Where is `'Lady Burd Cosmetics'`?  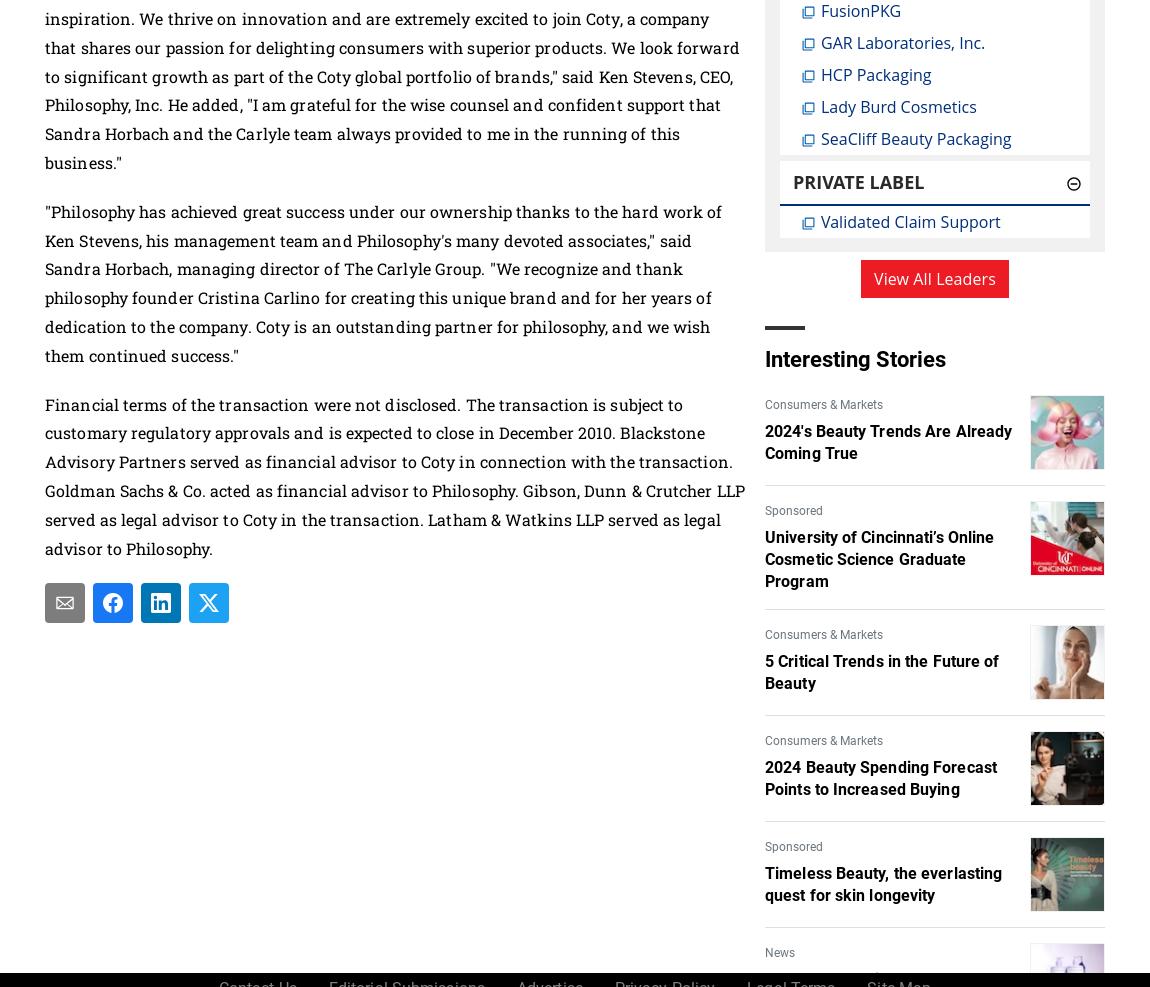 'Lady Burd Cosmetics' is located at coordinates (898, 106).